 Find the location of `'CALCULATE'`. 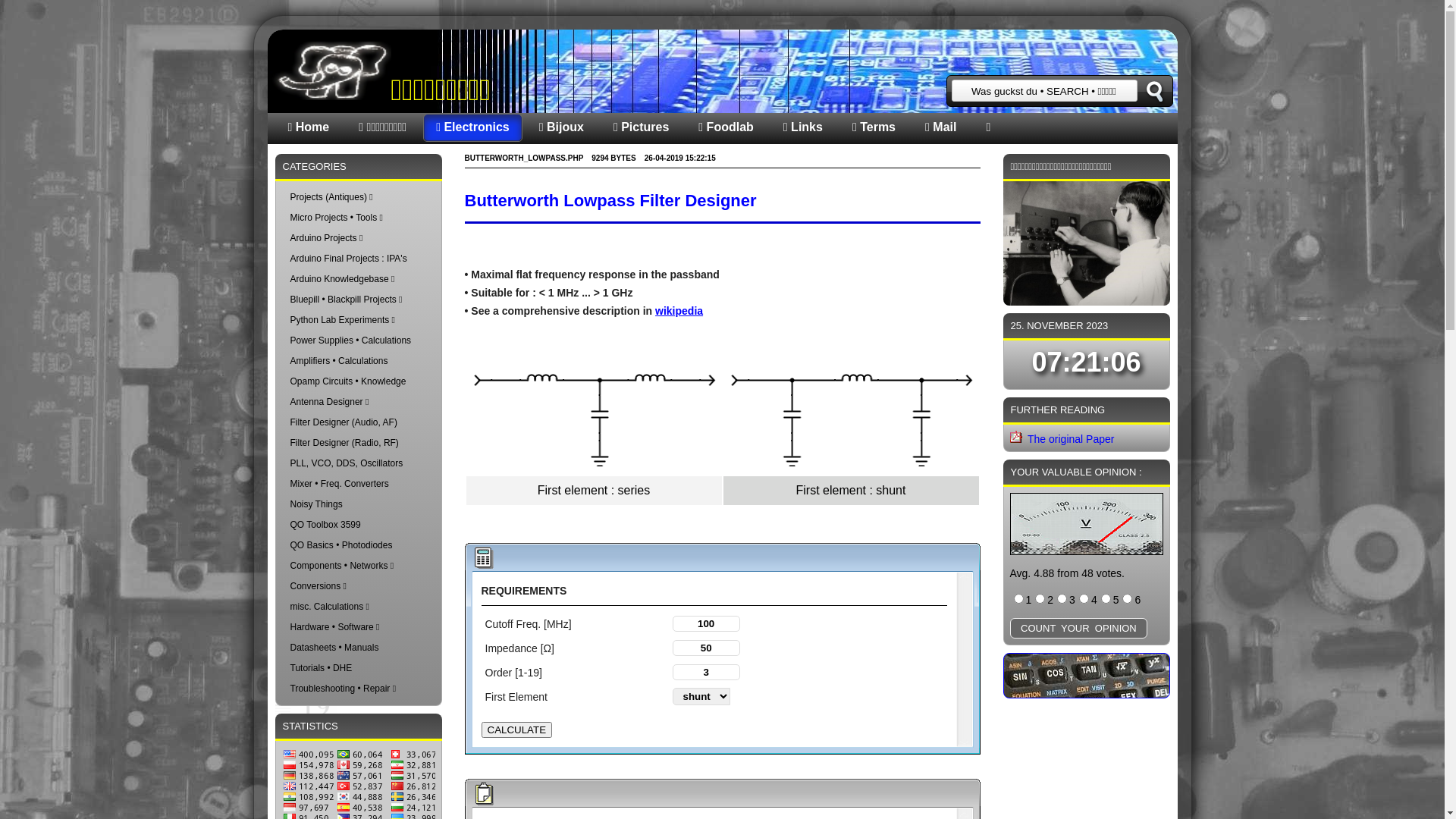

'CALCULATE' is located at coordinates (516, 729).